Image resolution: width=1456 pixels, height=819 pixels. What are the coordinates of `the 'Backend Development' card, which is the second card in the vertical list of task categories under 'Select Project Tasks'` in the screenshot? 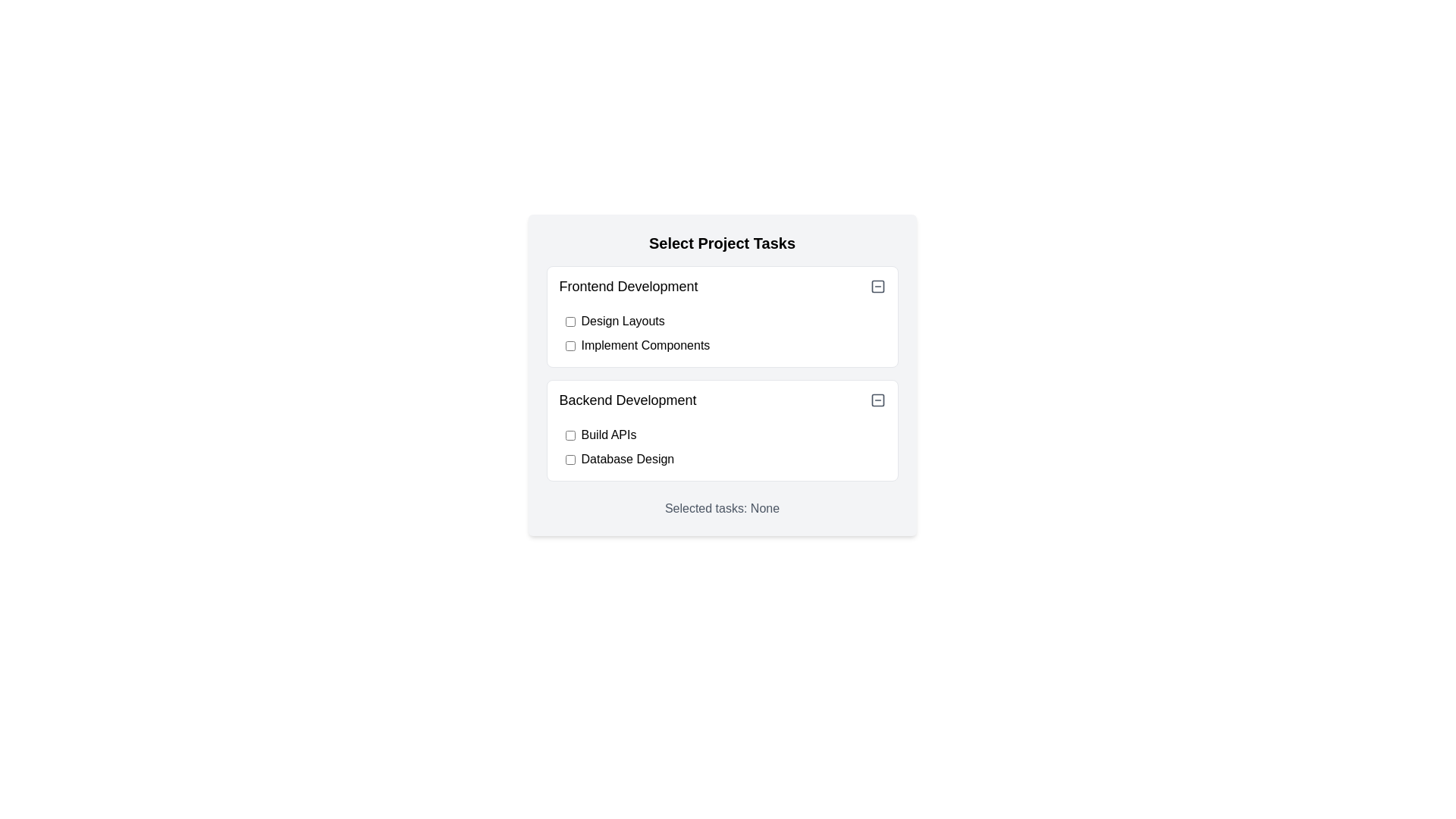 It's located at (721, 430).